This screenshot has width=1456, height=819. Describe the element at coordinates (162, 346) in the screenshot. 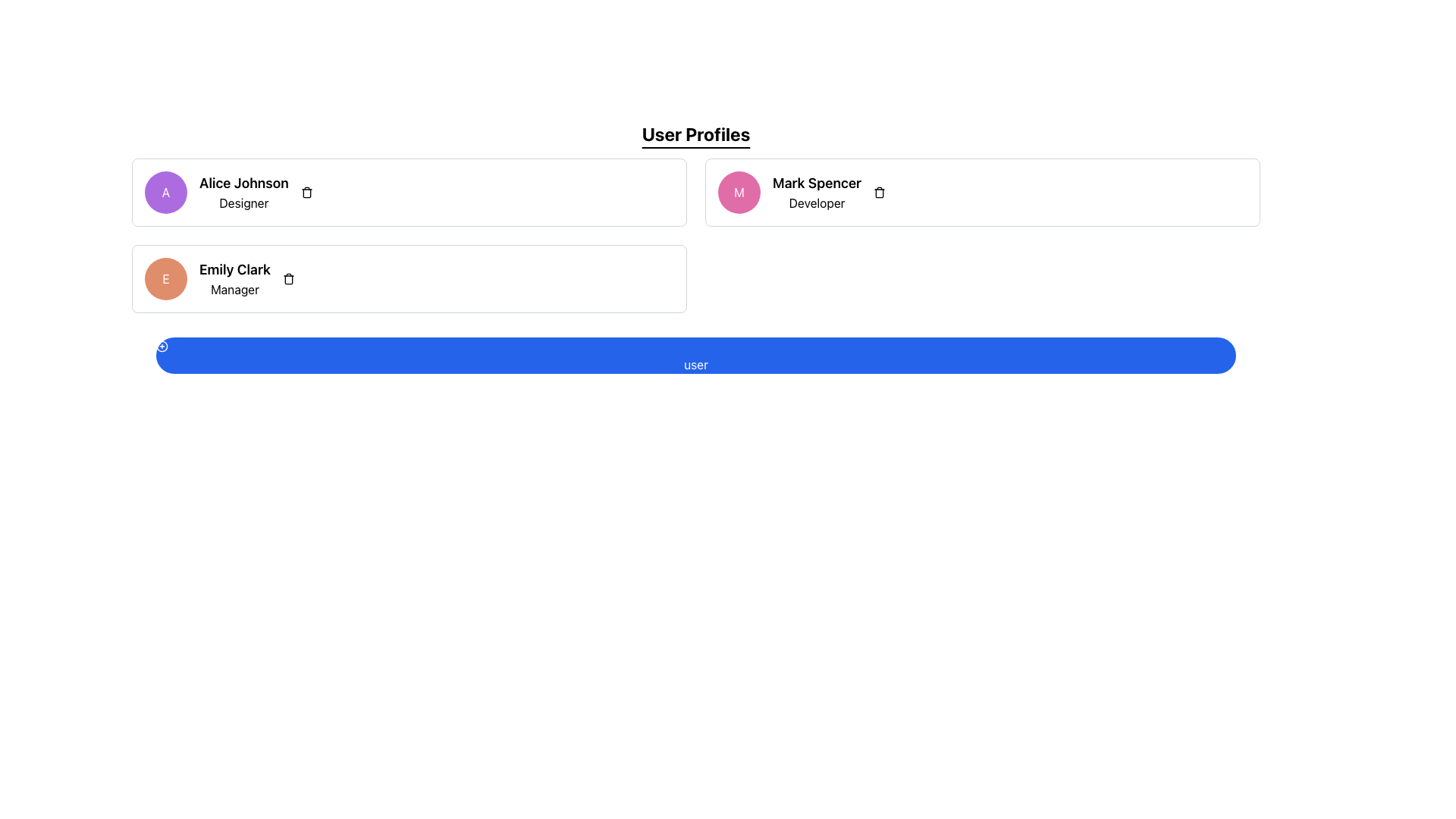

I see `the circle-plus icon located at the far-left end of the blue button labeled 'user'` at that location.